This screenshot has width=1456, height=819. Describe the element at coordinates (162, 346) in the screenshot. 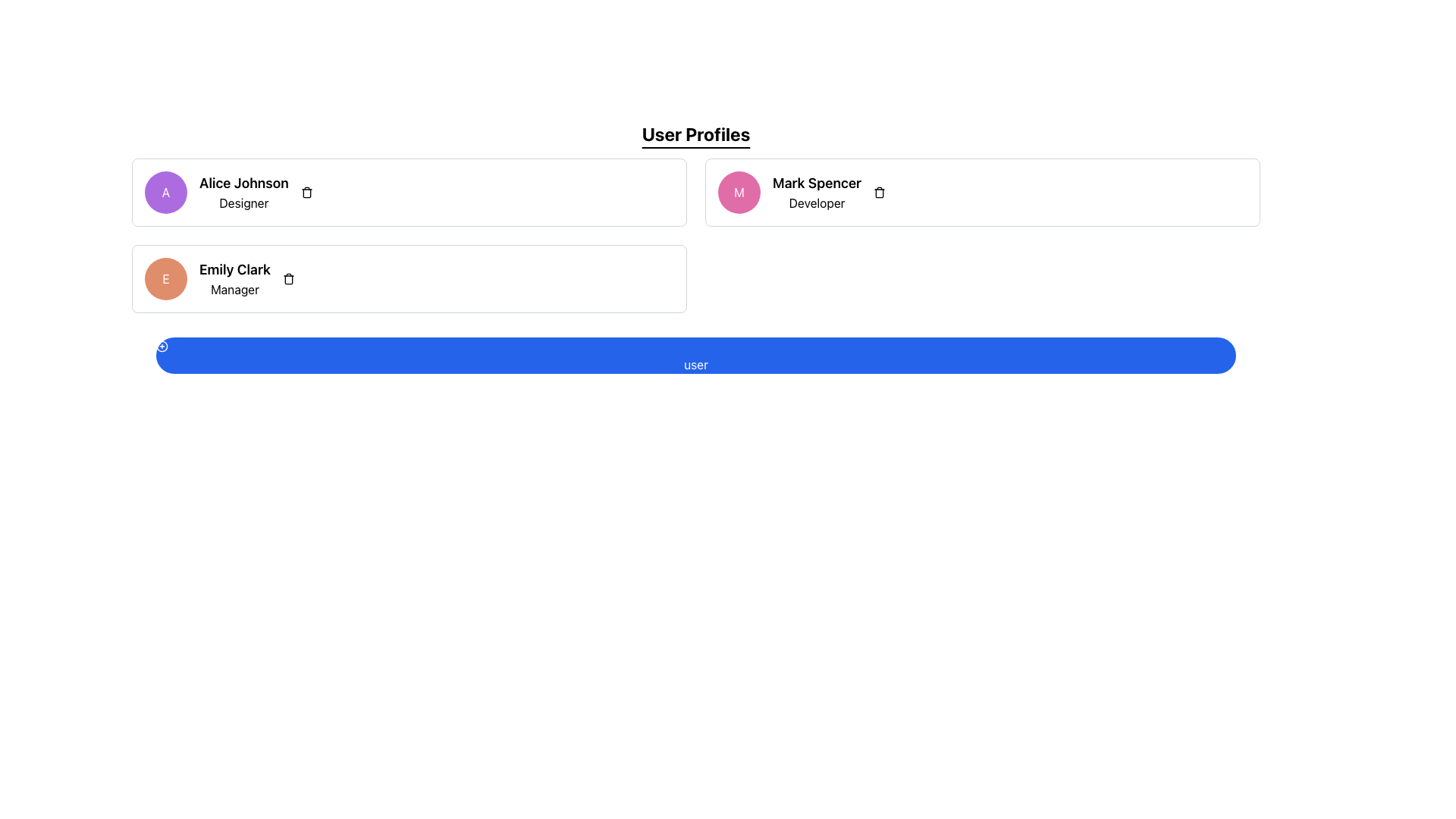

I see `the circle-plus icon located at the far-left end of the blue button labeled 'user'` at that location.